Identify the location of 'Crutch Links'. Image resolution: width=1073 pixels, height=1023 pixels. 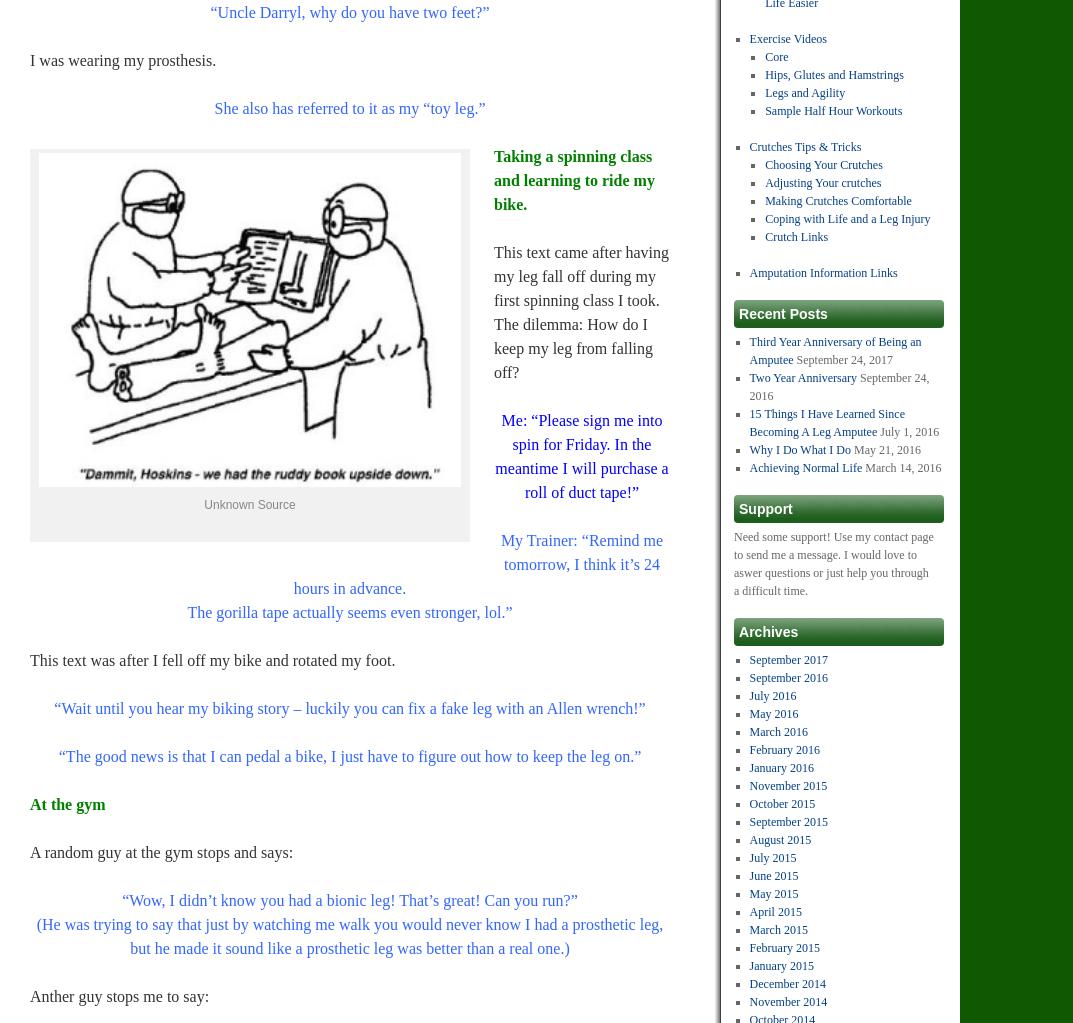
(796, 237).